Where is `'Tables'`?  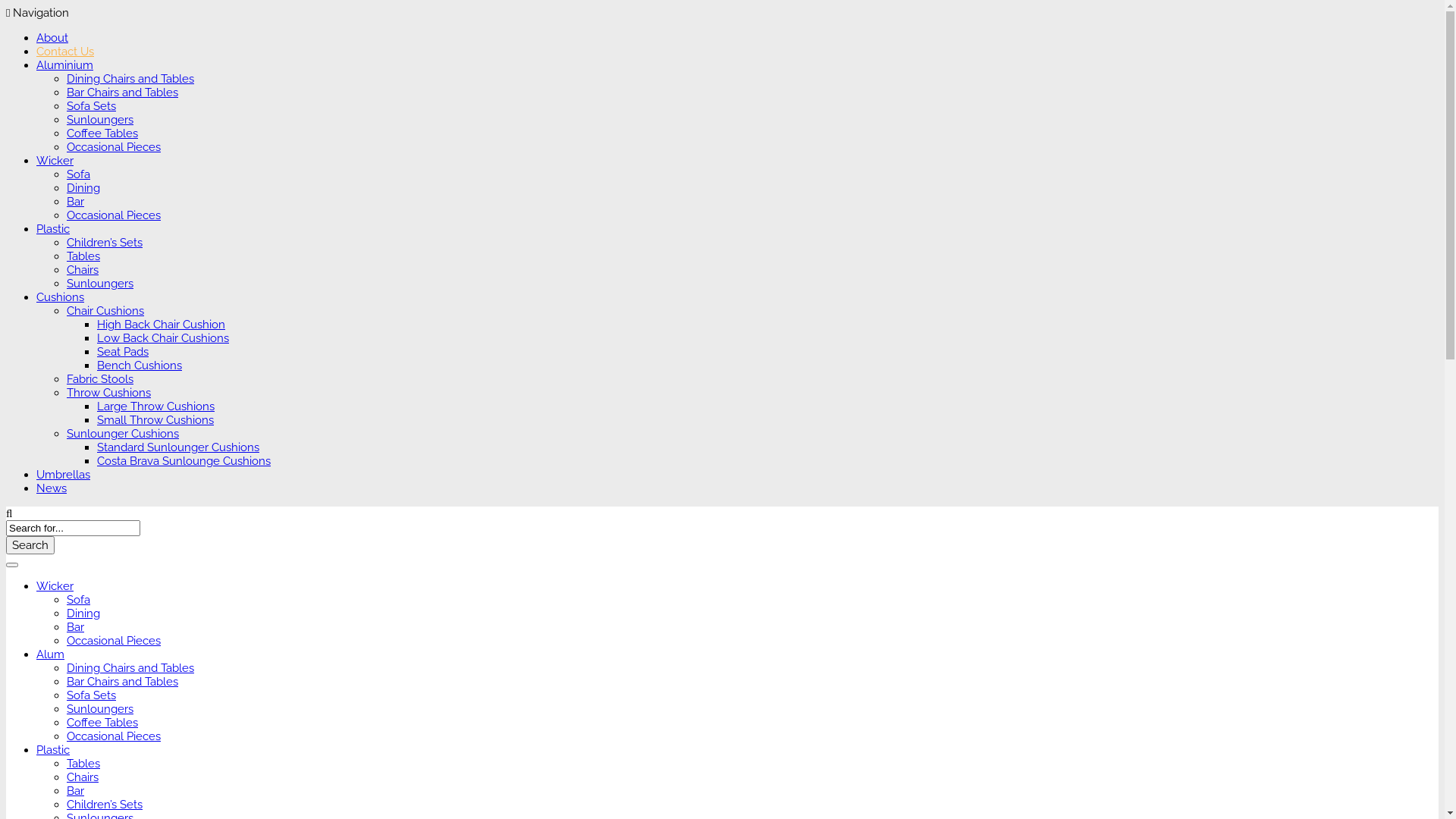
'Tables' is located at coordinates (65, 763).